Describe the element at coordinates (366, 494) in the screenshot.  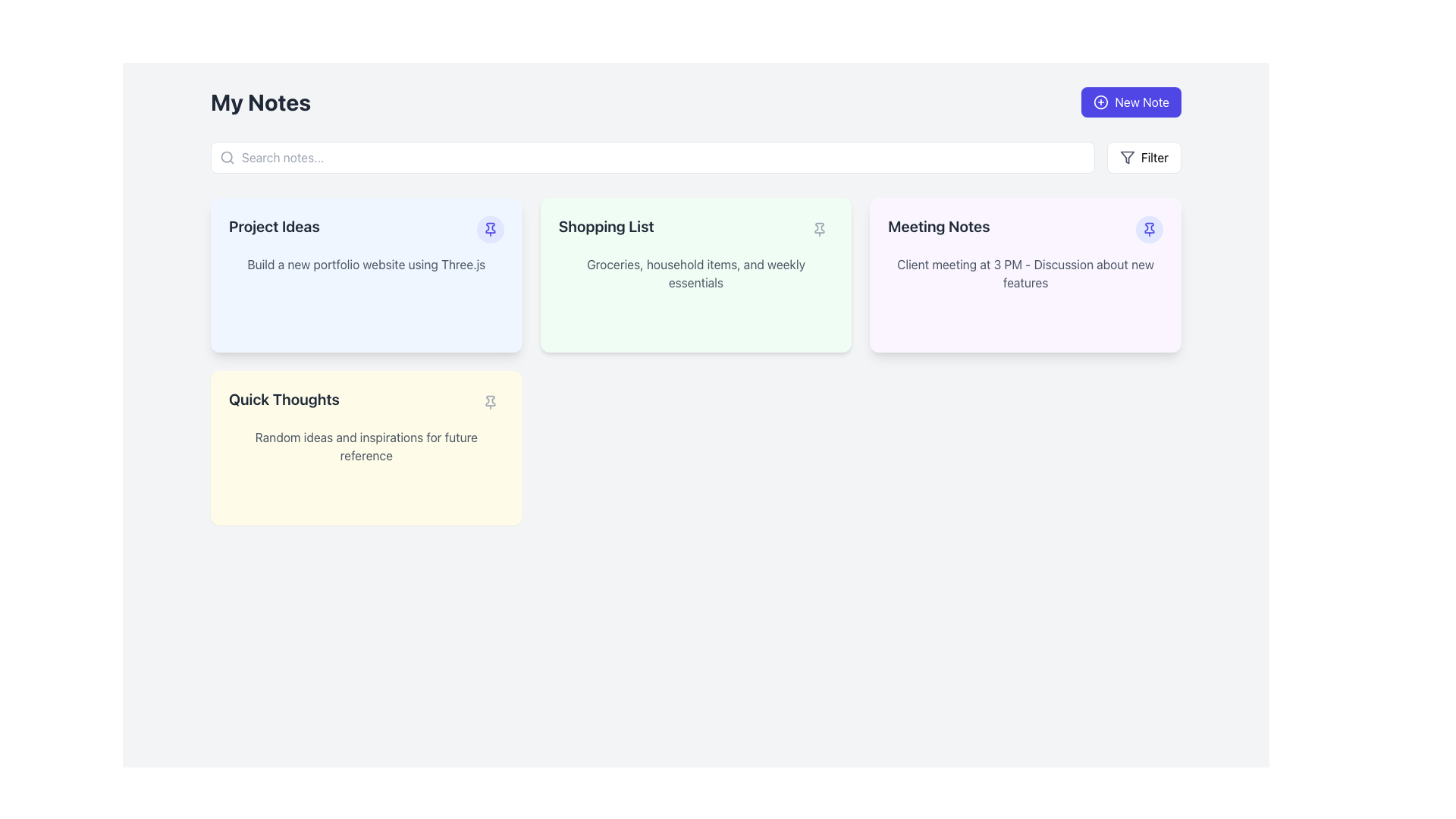
I see `the group of interactive icons located in the bottom-right corner of the 'Quick Thoughts' card` at that location.